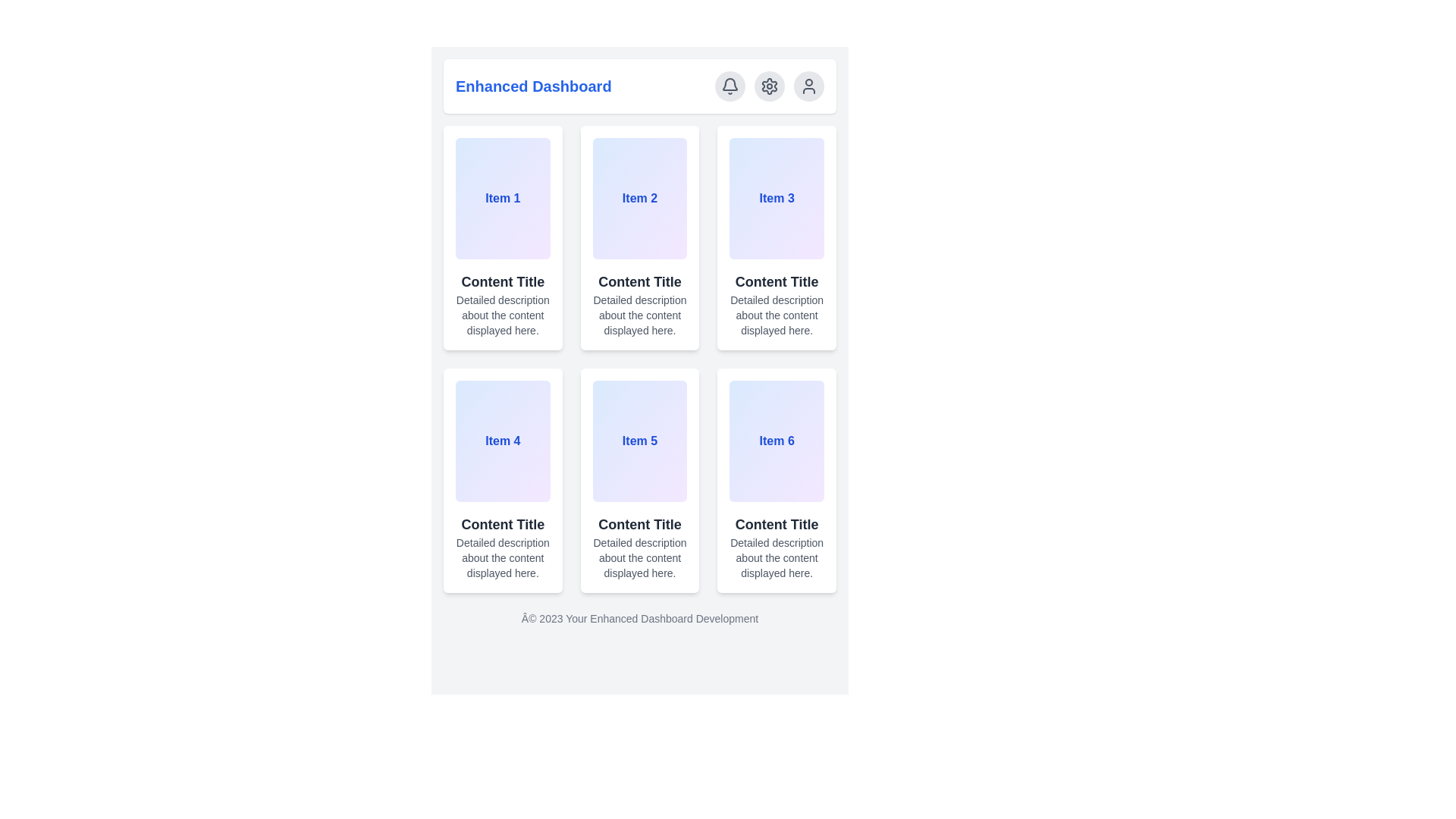 Image resolution: width=1456 pixels, height=819 pixels. Describe the element at coordinates (730, 86) in the screenshot. I see `the notification icon located in the top-right corner of the interface` at that location.